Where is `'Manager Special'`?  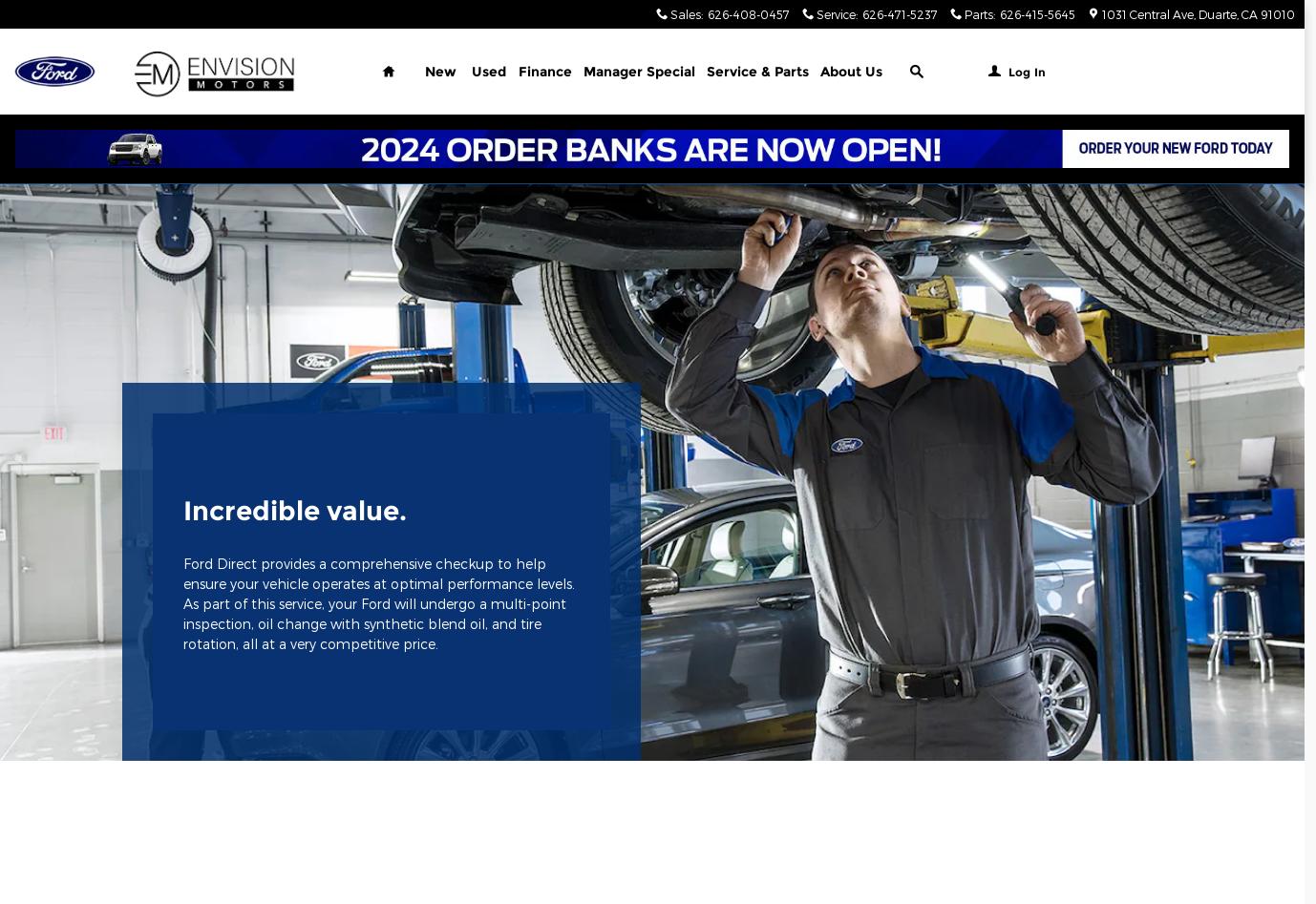 'Manager Special' is located at coordinates (638, 72).